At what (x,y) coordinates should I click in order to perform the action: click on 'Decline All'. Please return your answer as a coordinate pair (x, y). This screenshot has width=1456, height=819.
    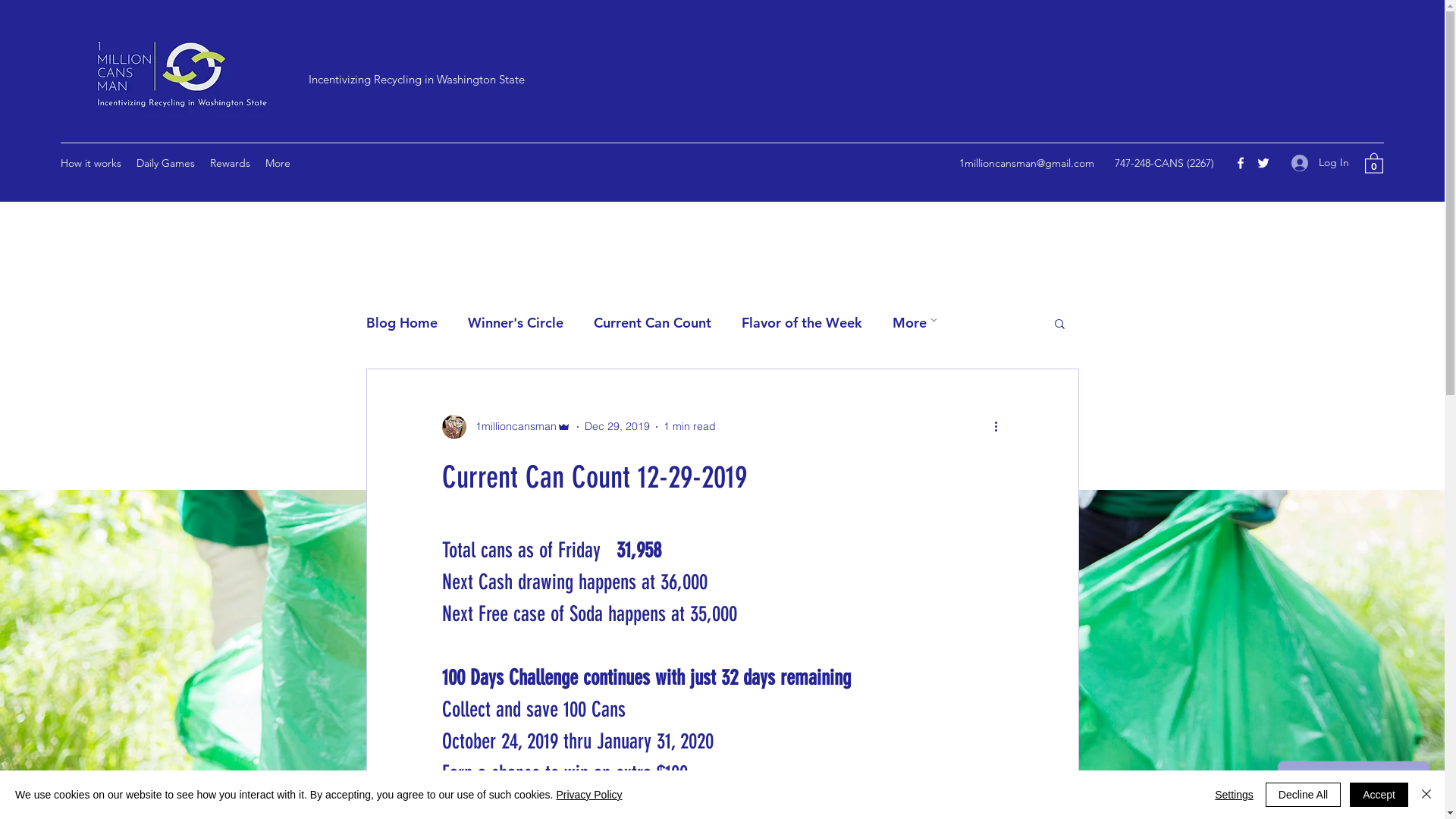
    Looking at the image, I should click on (1302, 794).